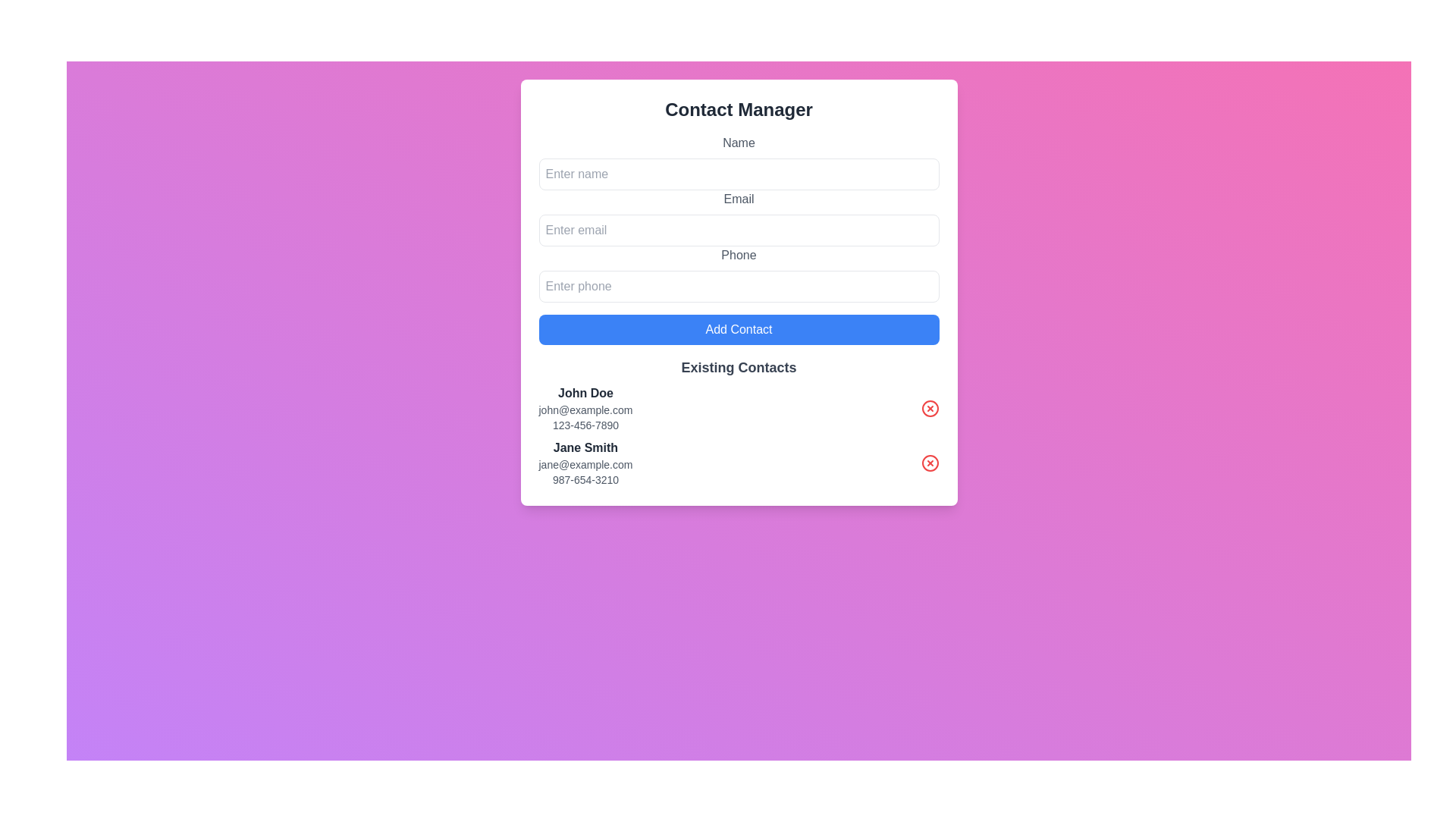 Image resolution: width=1456 pixels, height=819 pixels. Describe the element at coordinates (739, 422) in the screenshot. I see `the contact item in the 'Existing Contacts' section` at that location.